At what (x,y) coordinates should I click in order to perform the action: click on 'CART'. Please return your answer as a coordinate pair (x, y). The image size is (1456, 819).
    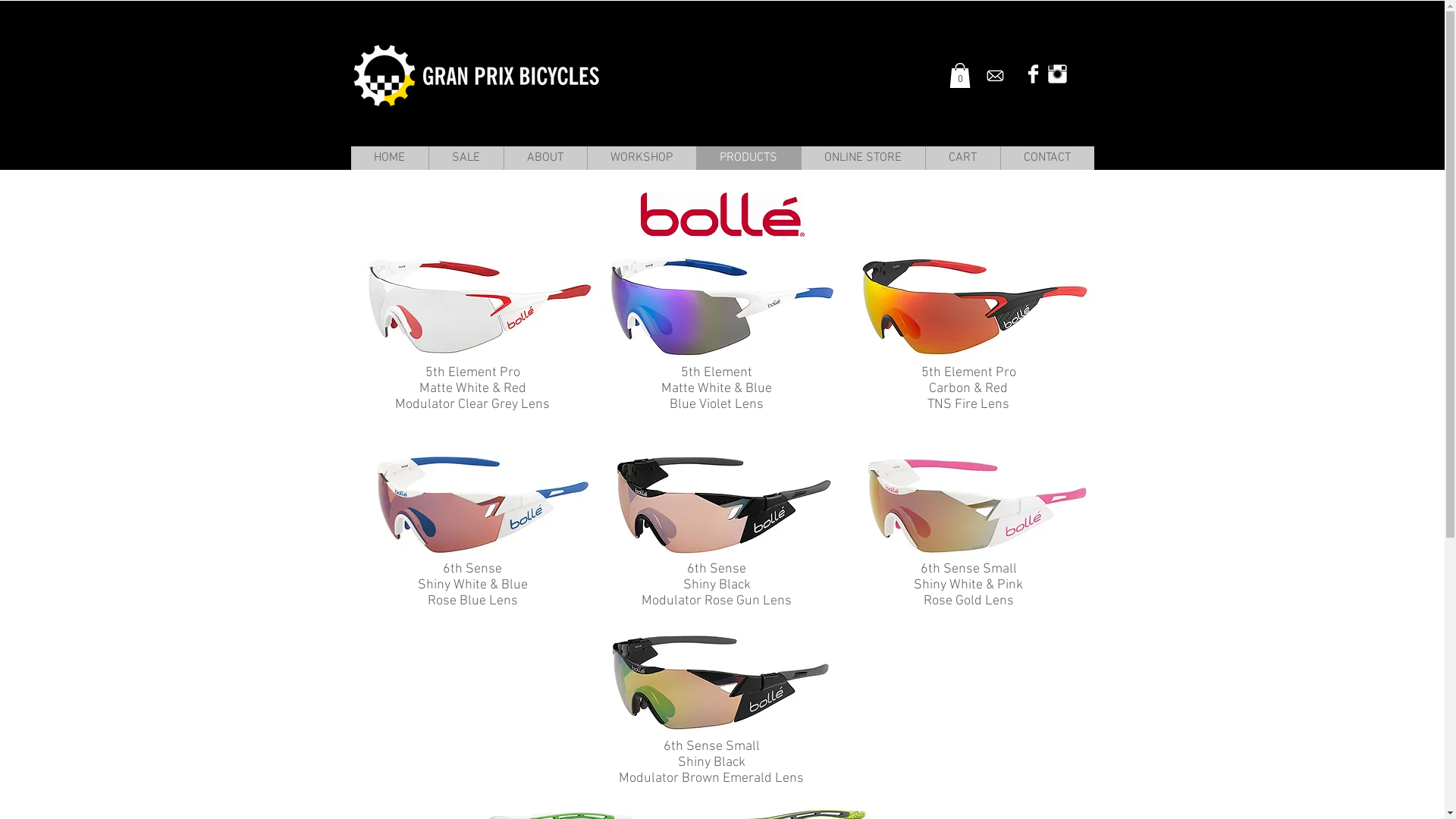
    Looking at the image, I should click on (924, 158).